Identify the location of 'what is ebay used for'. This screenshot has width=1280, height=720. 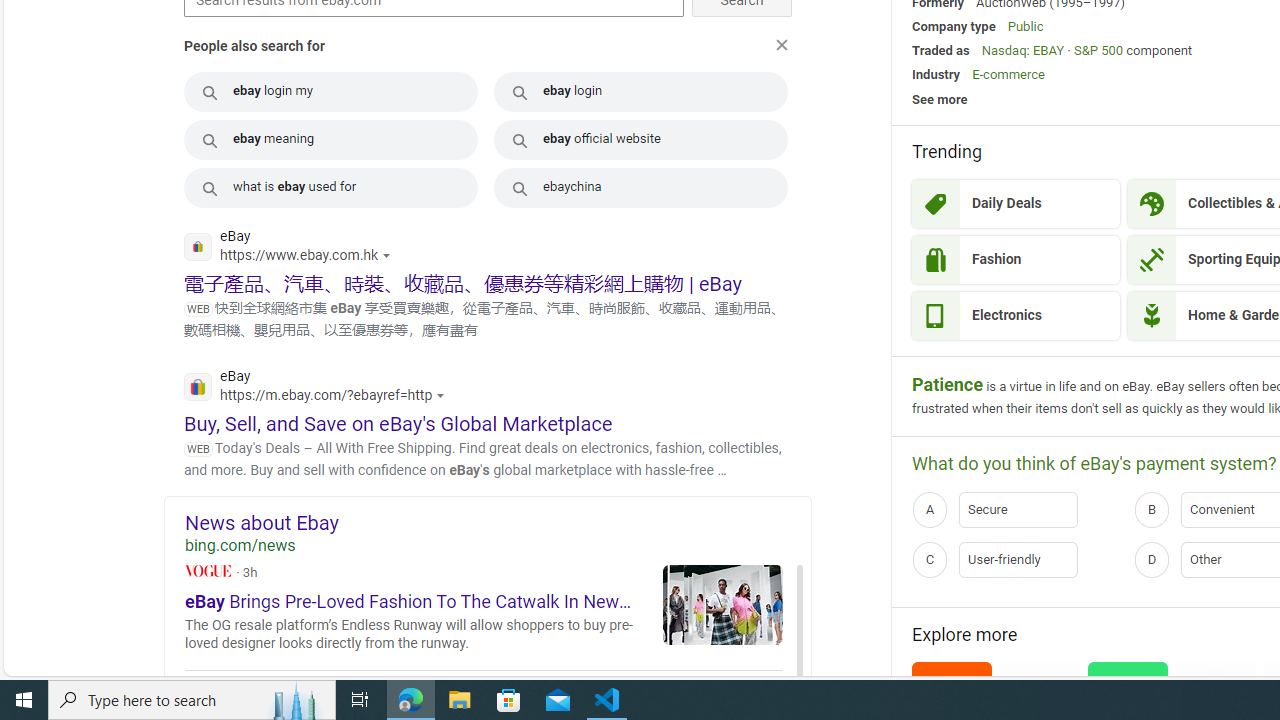
(330, 187).